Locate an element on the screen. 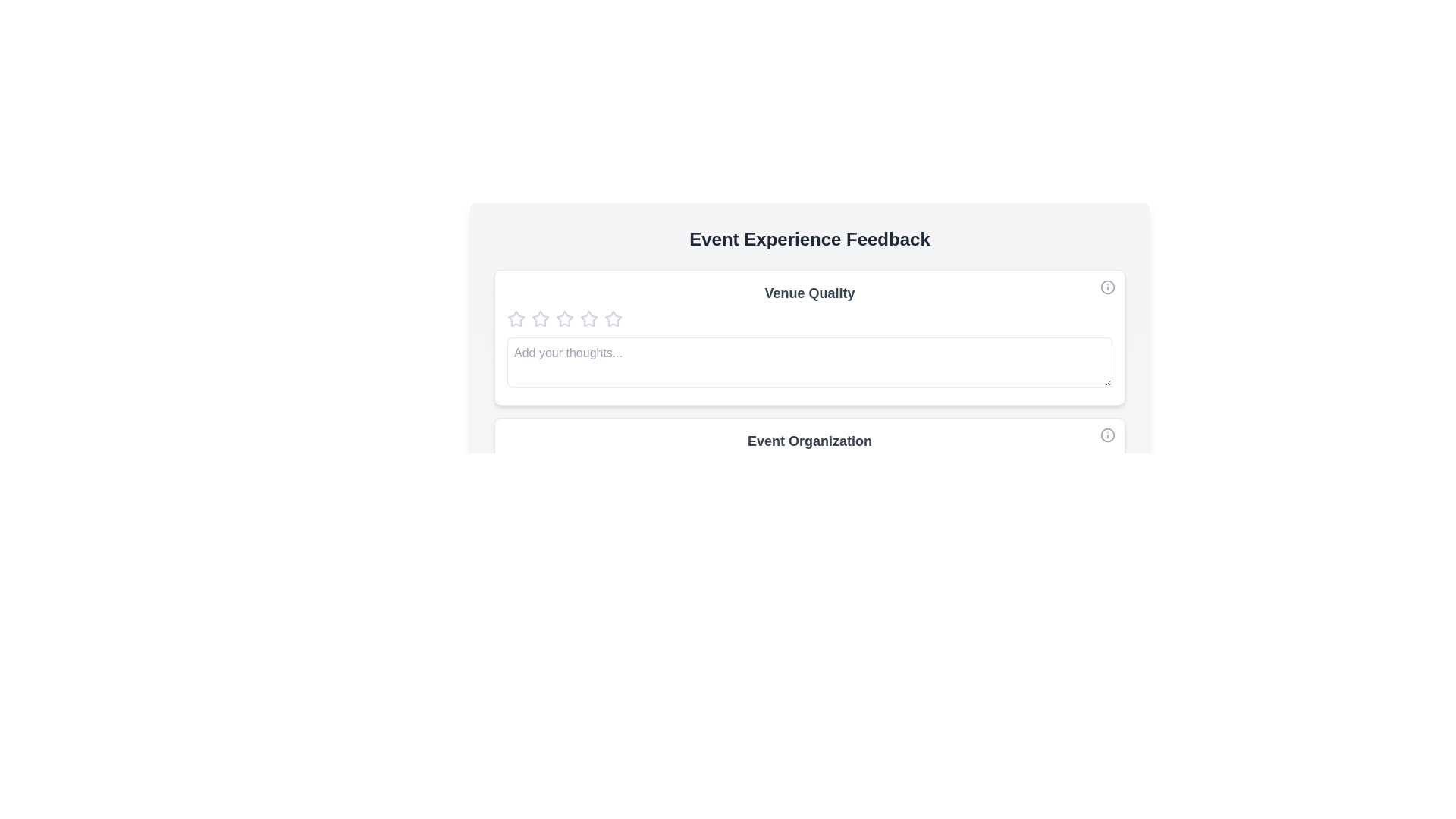 This screenshot has height=819, width=1456. the 'Venue Quality' text label, which is styled in bold light gray font and located at the top of the feedback section within a white bordered card is located at coordinates (809, 293).